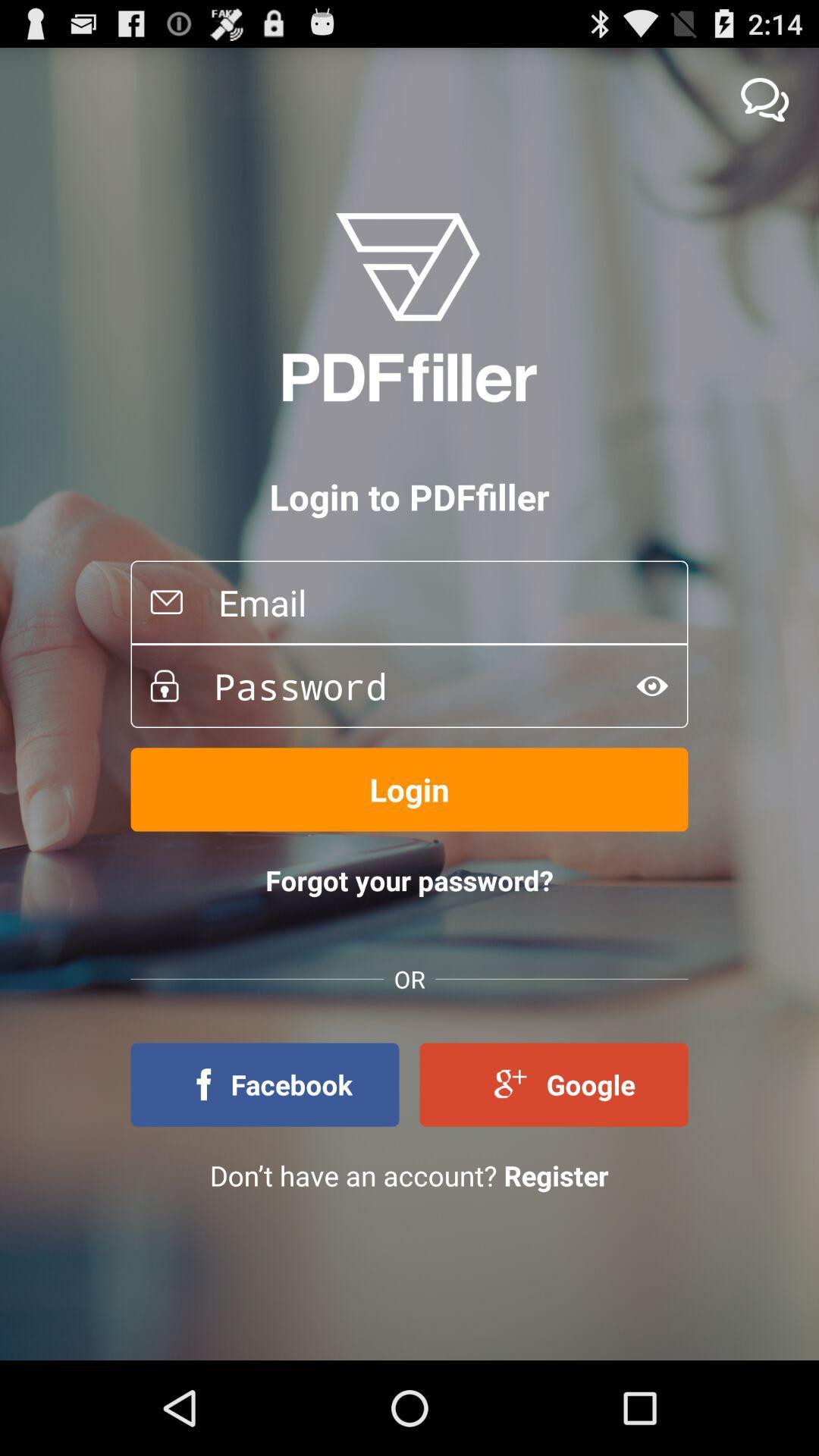 The width and height of the screenshot is (819, 1456). What do you see at coordinates (764, 105) in the screenshot?
I see `the chat icon` at bounding box center [764, 105].